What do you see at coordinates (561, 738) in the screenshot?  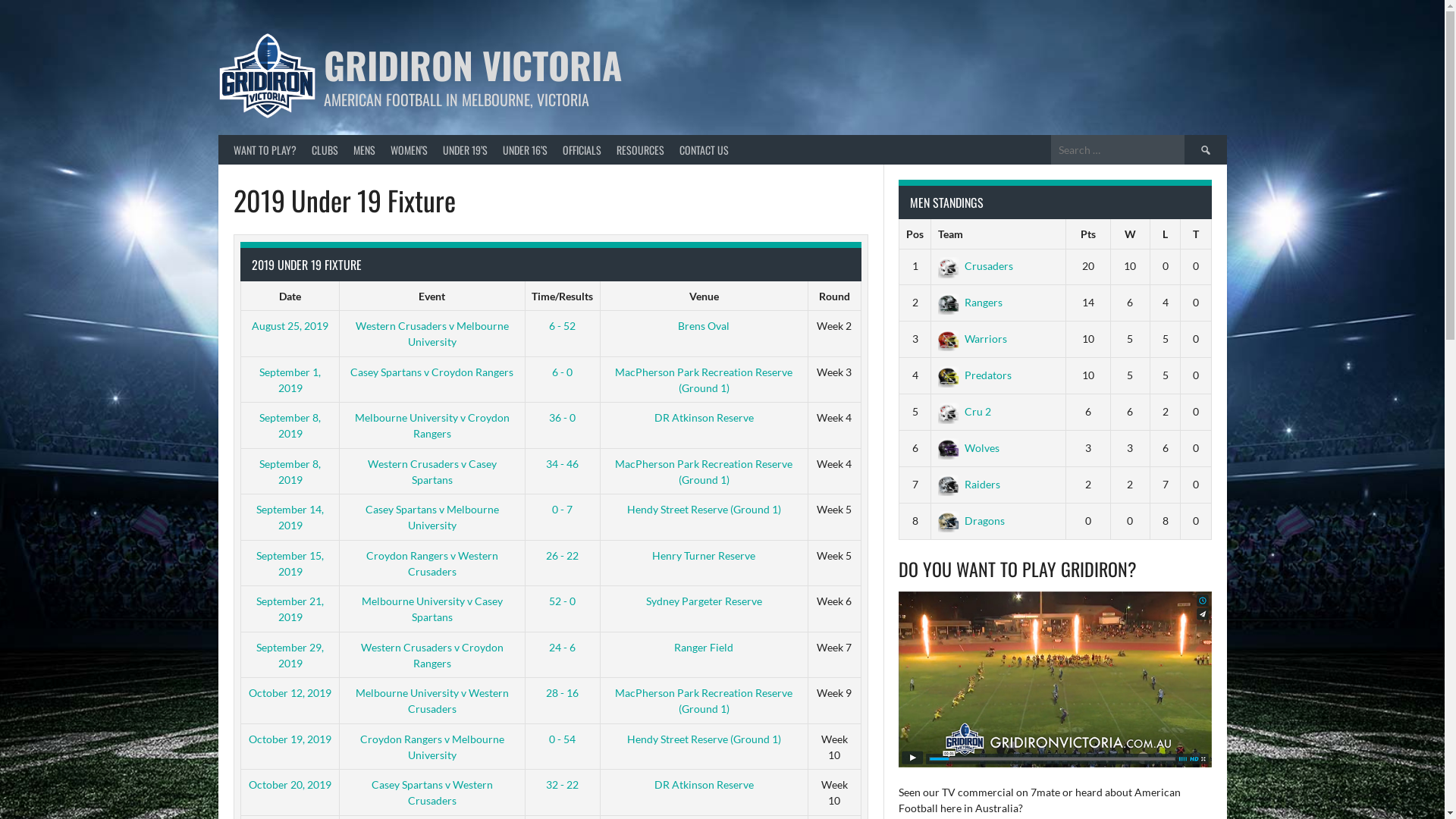 I see `'0 - 54'` at bounding box center [561, 738].